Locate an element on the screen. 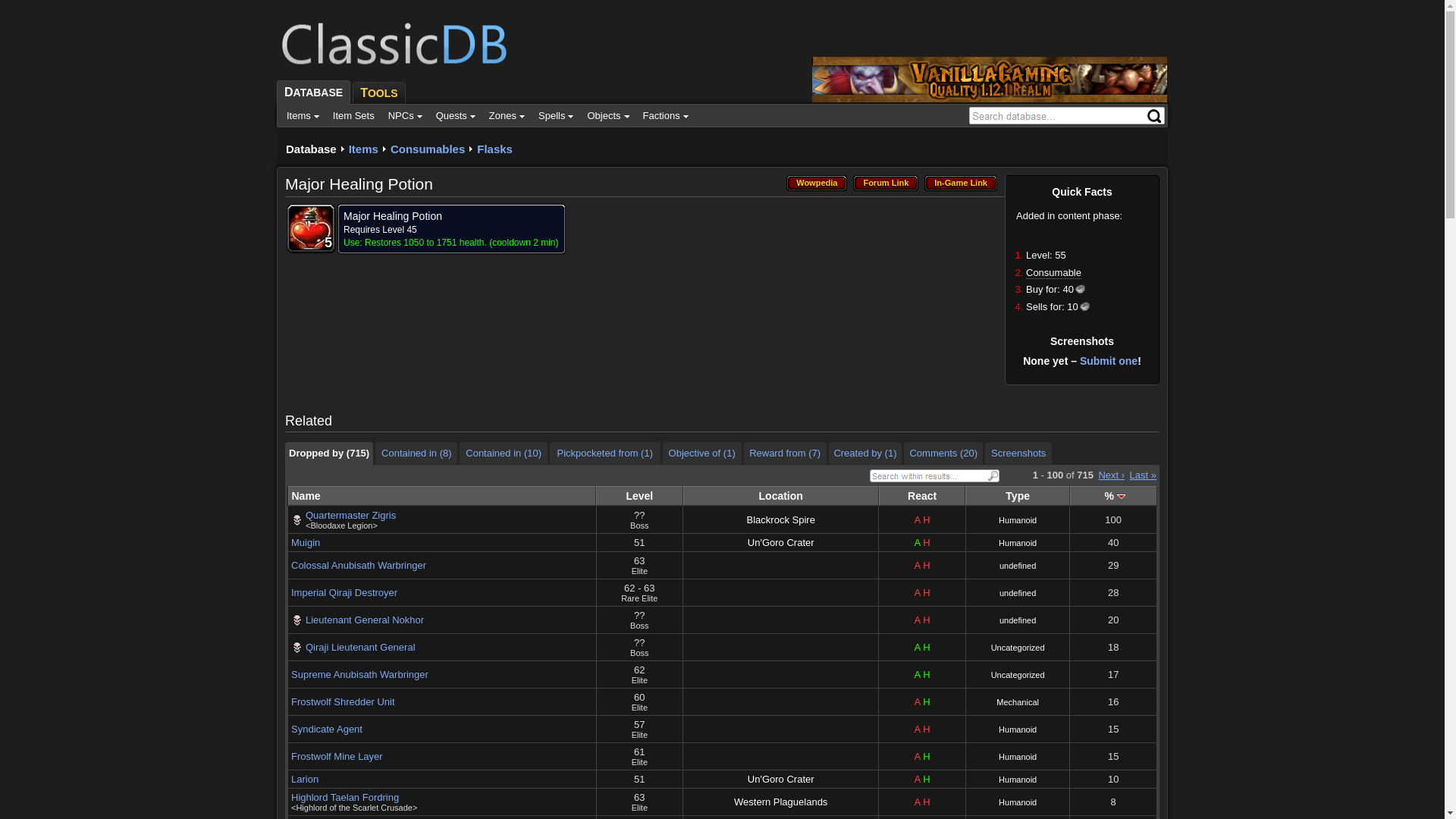  'Name' is located at coordinates (287, 496).